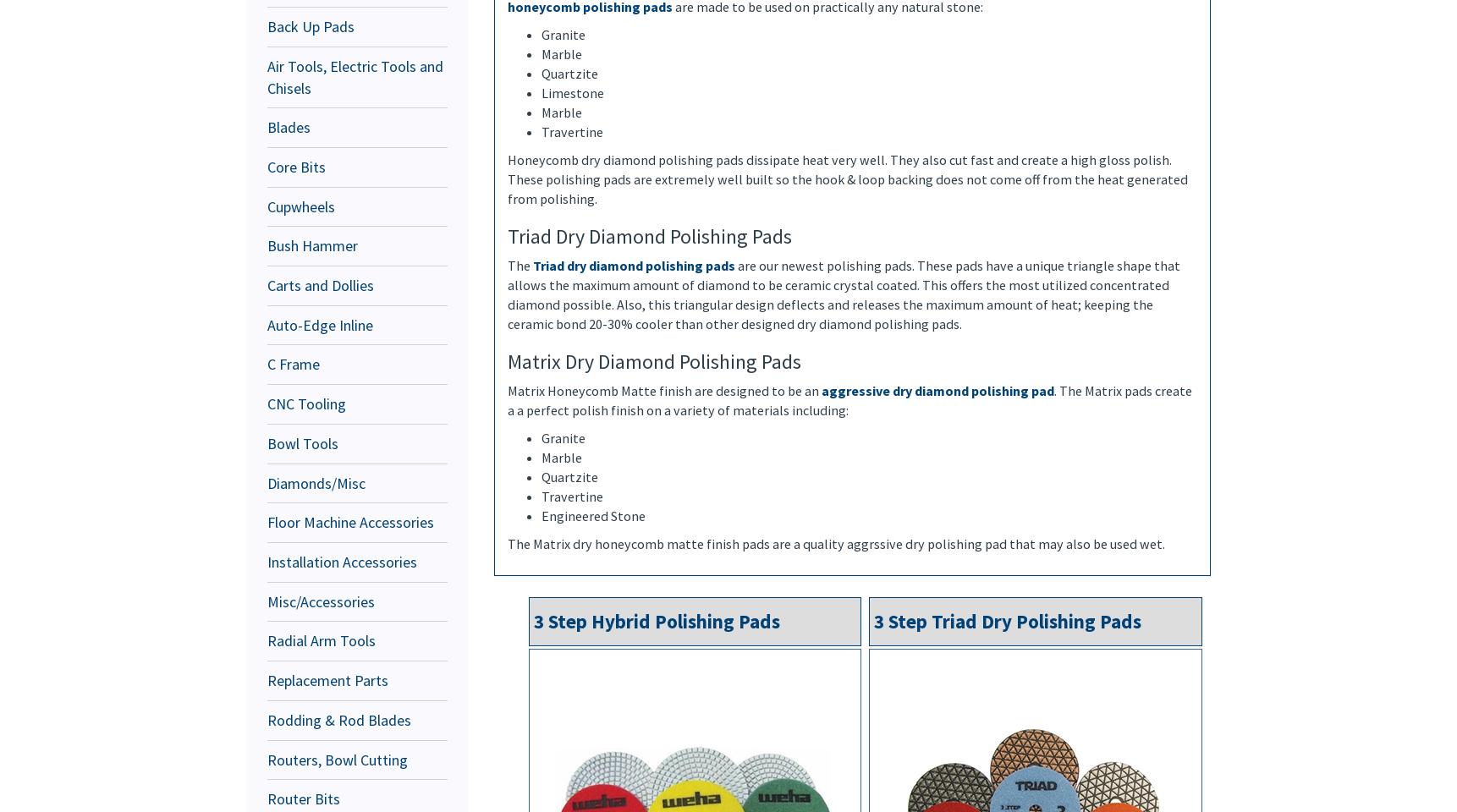  I want to click on 'Floor Machine Accessories', so click(350, 521).